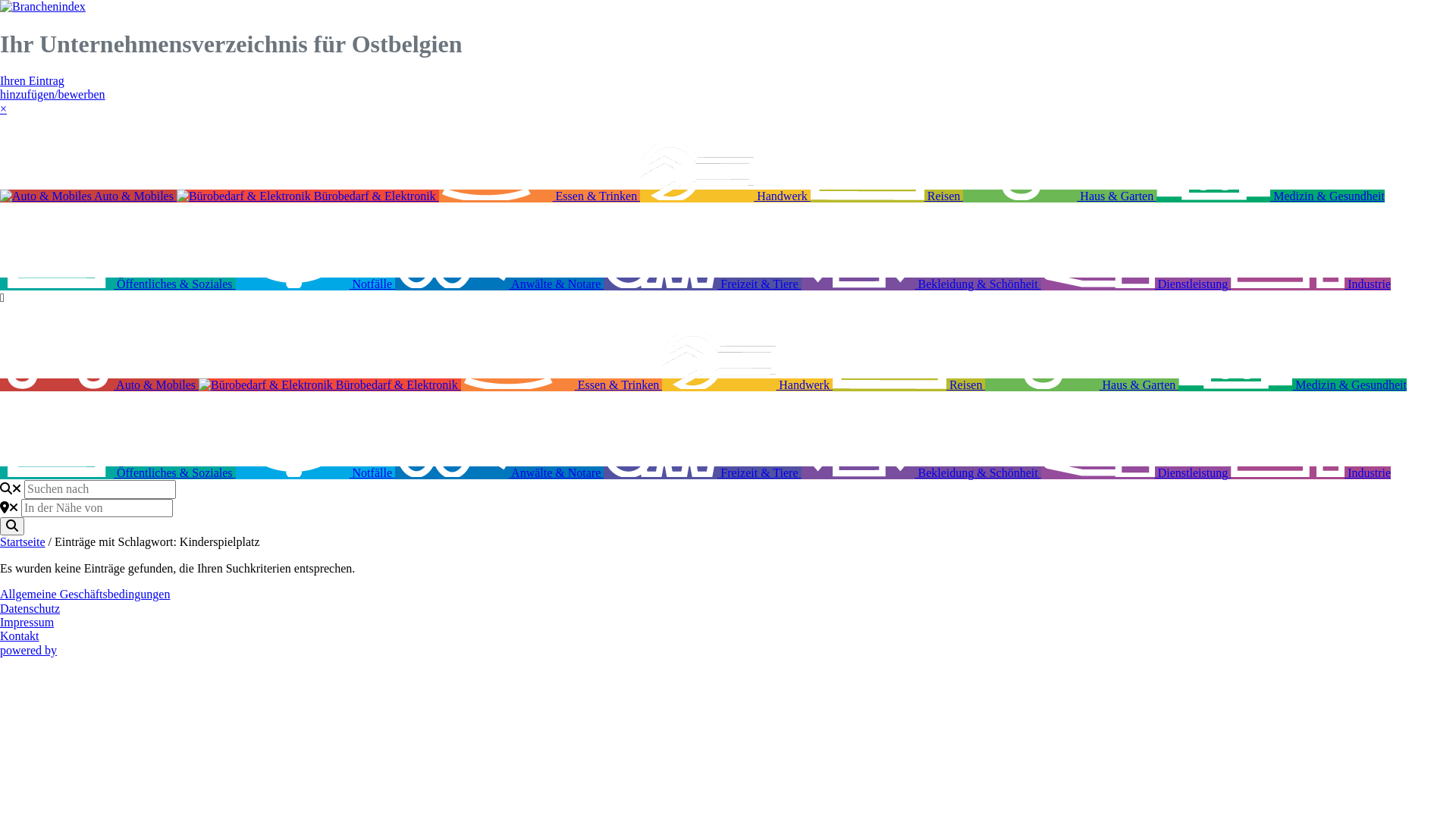 This screenshot has width=1456, height=819. Describe the element at coordinates (22, 541) in the screenshot. I see `'Startseite'` at that location.